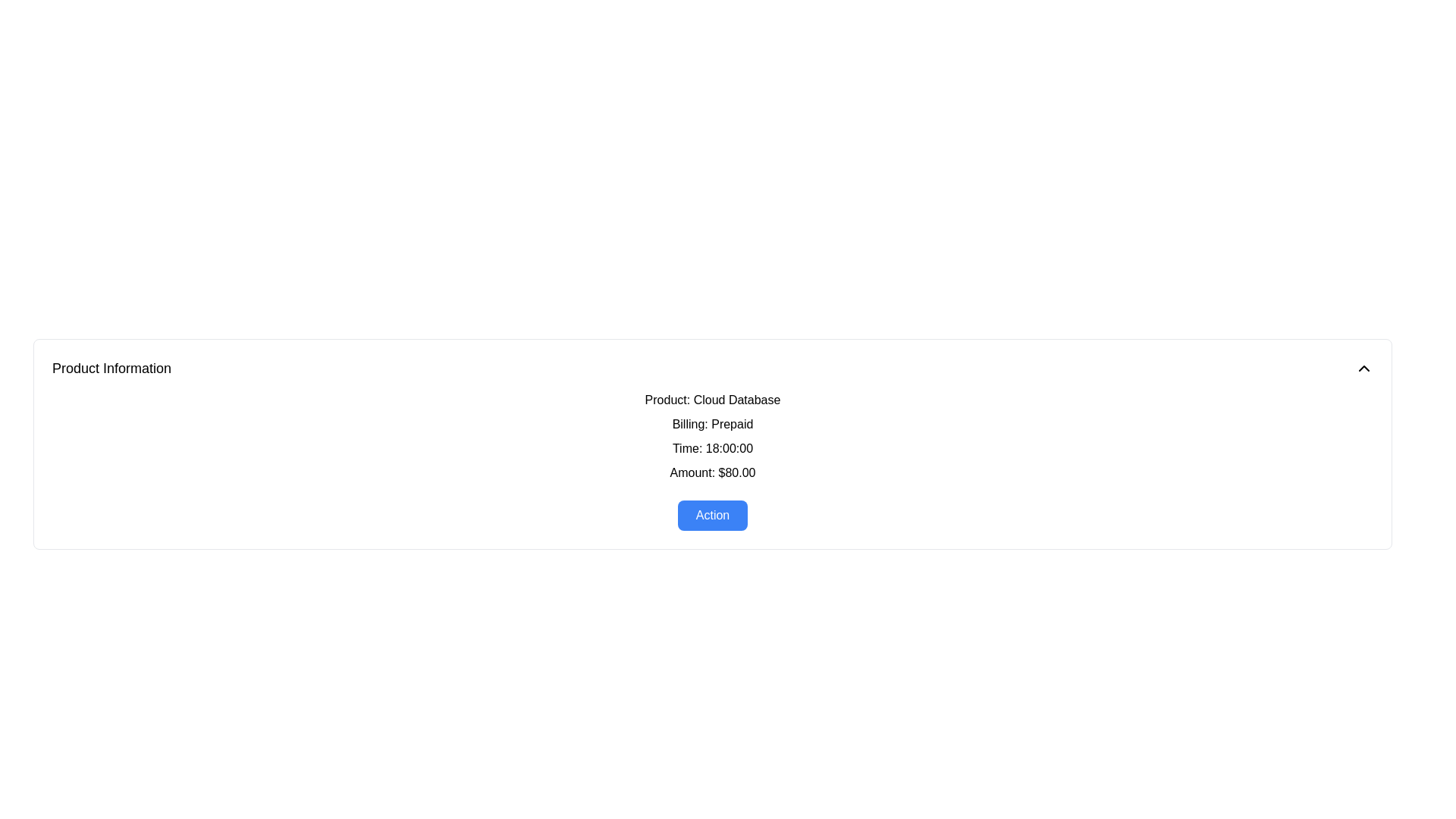 The image size is (1456, 819). What do you see at coordinates (686, 447) in the screenshot?
I see `the label that describes the time information, which is the first element in the 'Product Information' section, located near the center of the interface` at bounding box center [686, 447].